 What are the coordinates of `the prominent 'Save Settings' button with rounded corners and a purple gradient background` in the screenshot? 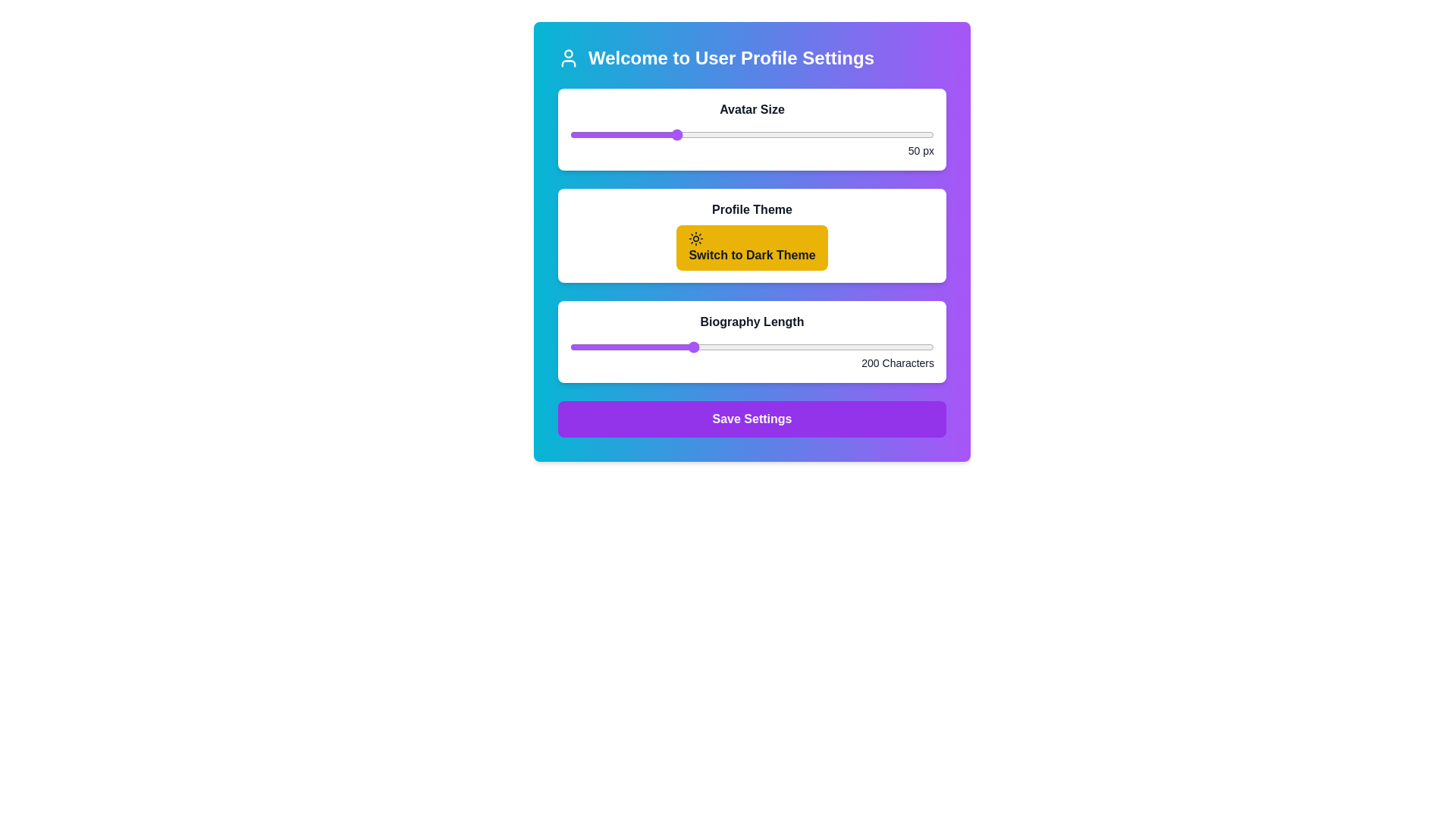 It's located at (752, 419).